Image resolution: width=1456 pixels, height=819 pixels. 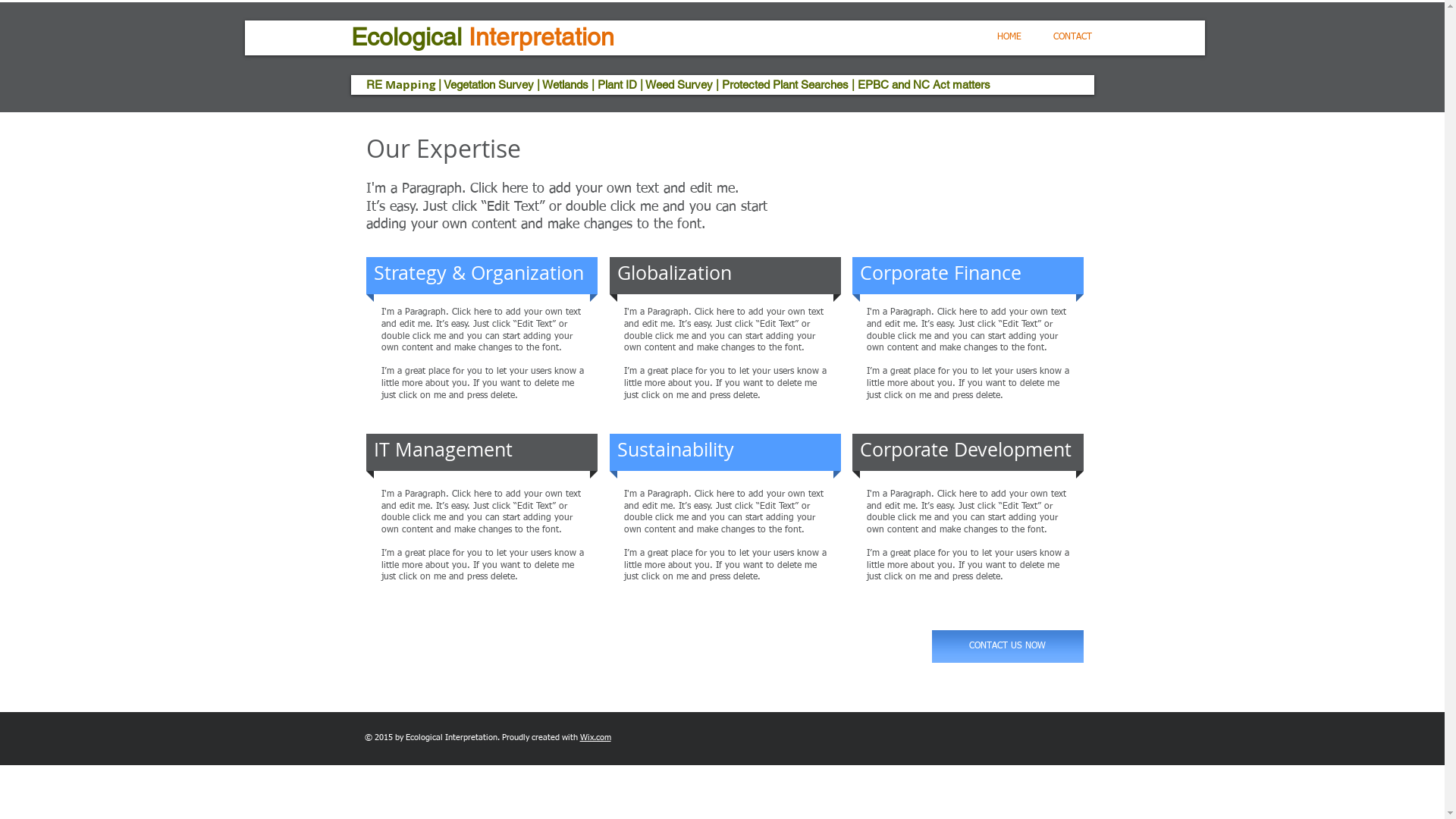 I want to click on 'CONTACT', so click(x=1037, y=36).